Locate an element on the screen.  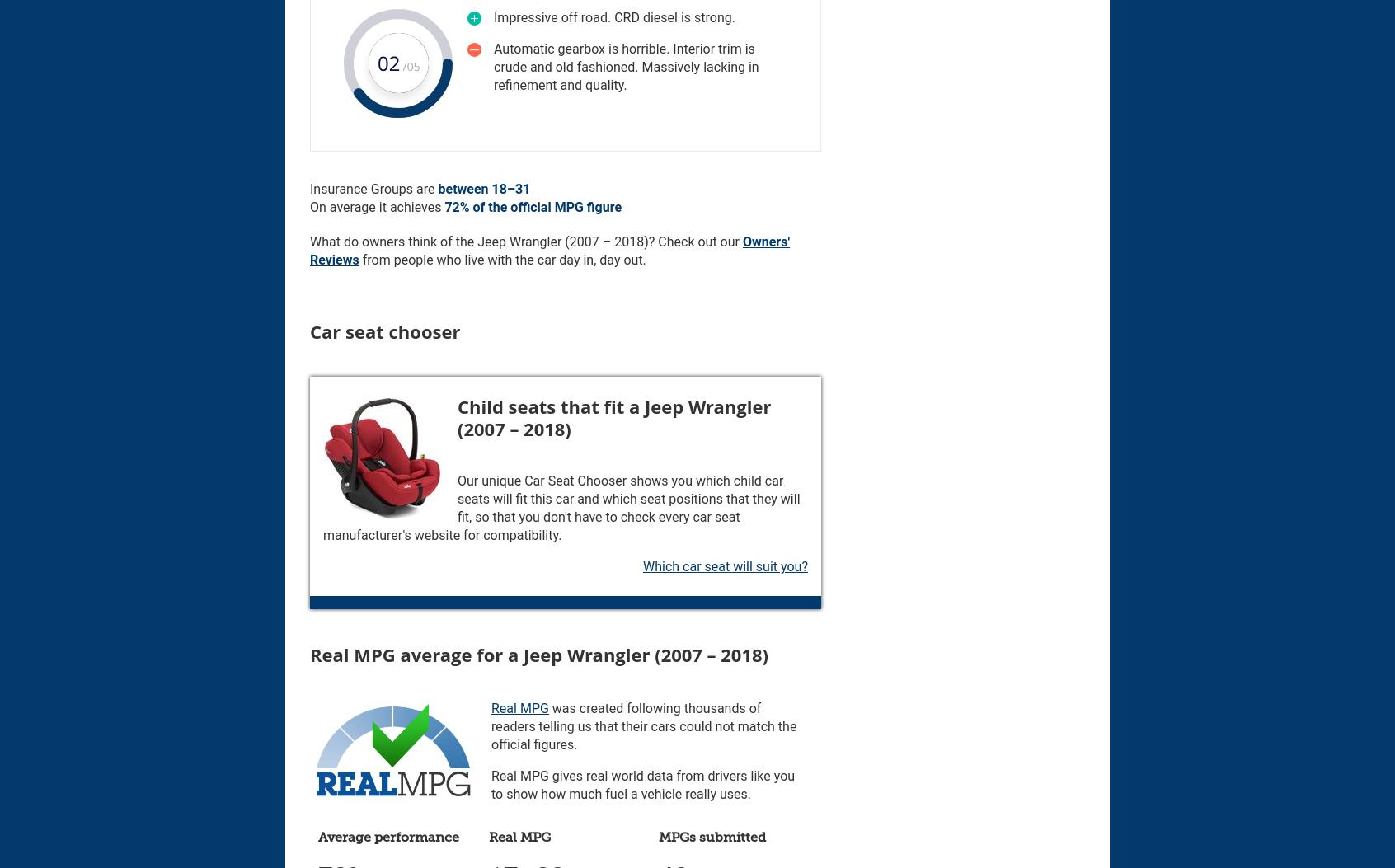
'Owners' Reviews' is located at coordinates (309, 251).